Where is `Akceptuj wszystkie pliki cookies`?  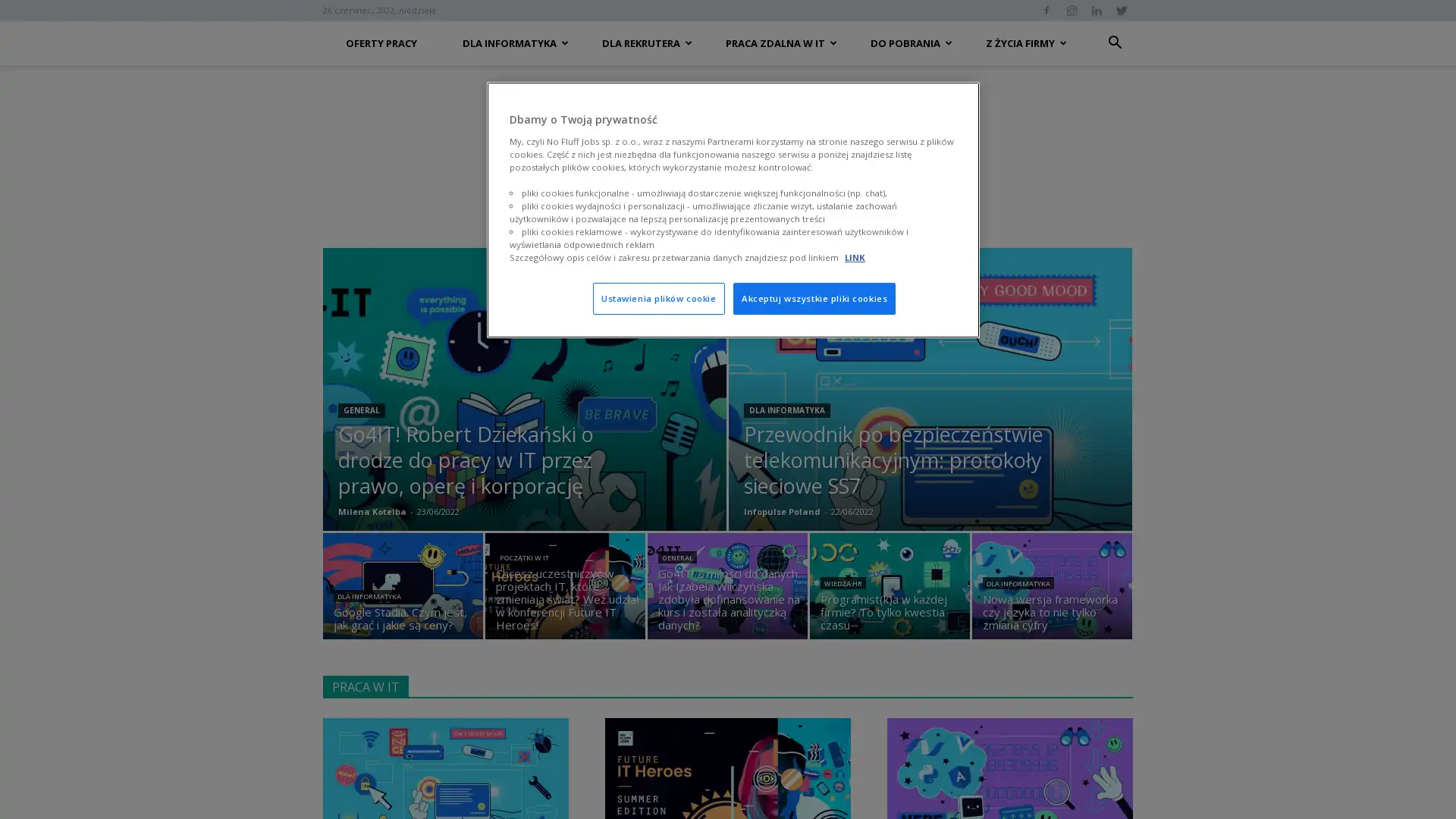
Akceptuj wszystkie pliki cookies is located at coordinates (814, 298).